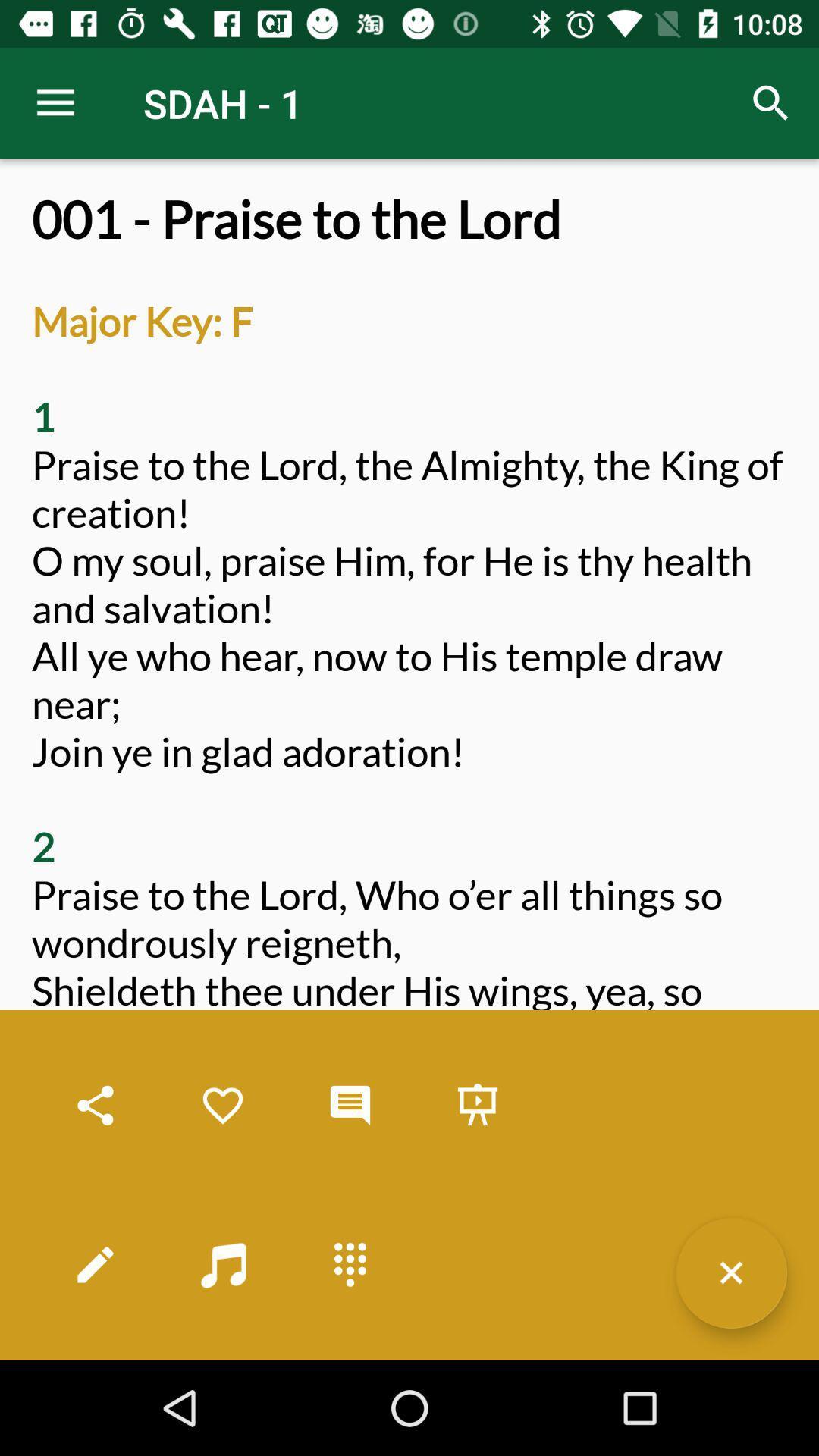 The image size is (819, 1456). What do you see at coordinates (222, 1264) in the screenshot?
I see `open music` at bounding box center [222, 1264].